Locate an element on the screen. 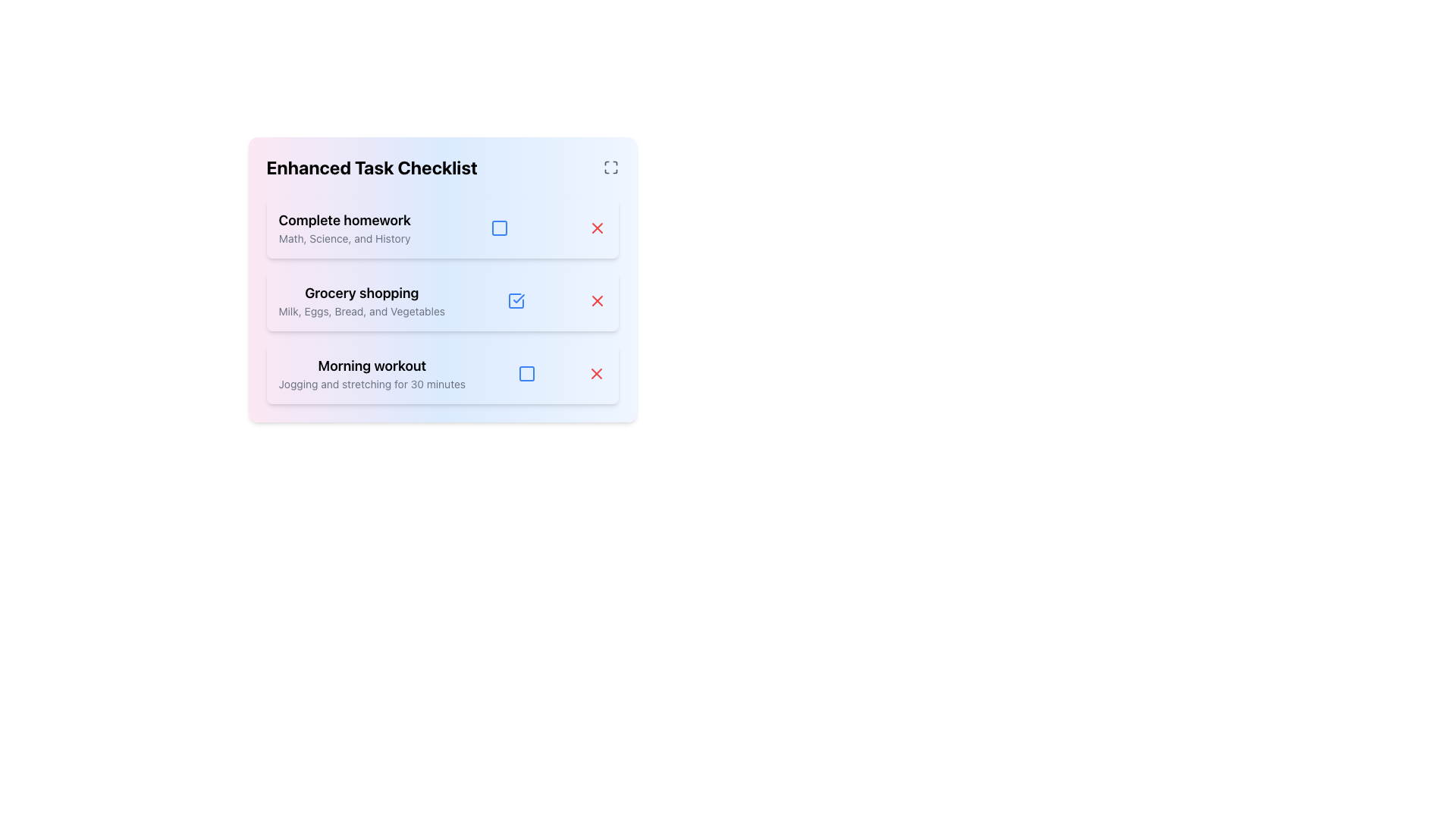 This screenshot has height=819, width=1456. the 'Grocery shopping' checklist item, which is the second item in the 'Enhanced Task Checklist' card is located at coordinates (441, 280).